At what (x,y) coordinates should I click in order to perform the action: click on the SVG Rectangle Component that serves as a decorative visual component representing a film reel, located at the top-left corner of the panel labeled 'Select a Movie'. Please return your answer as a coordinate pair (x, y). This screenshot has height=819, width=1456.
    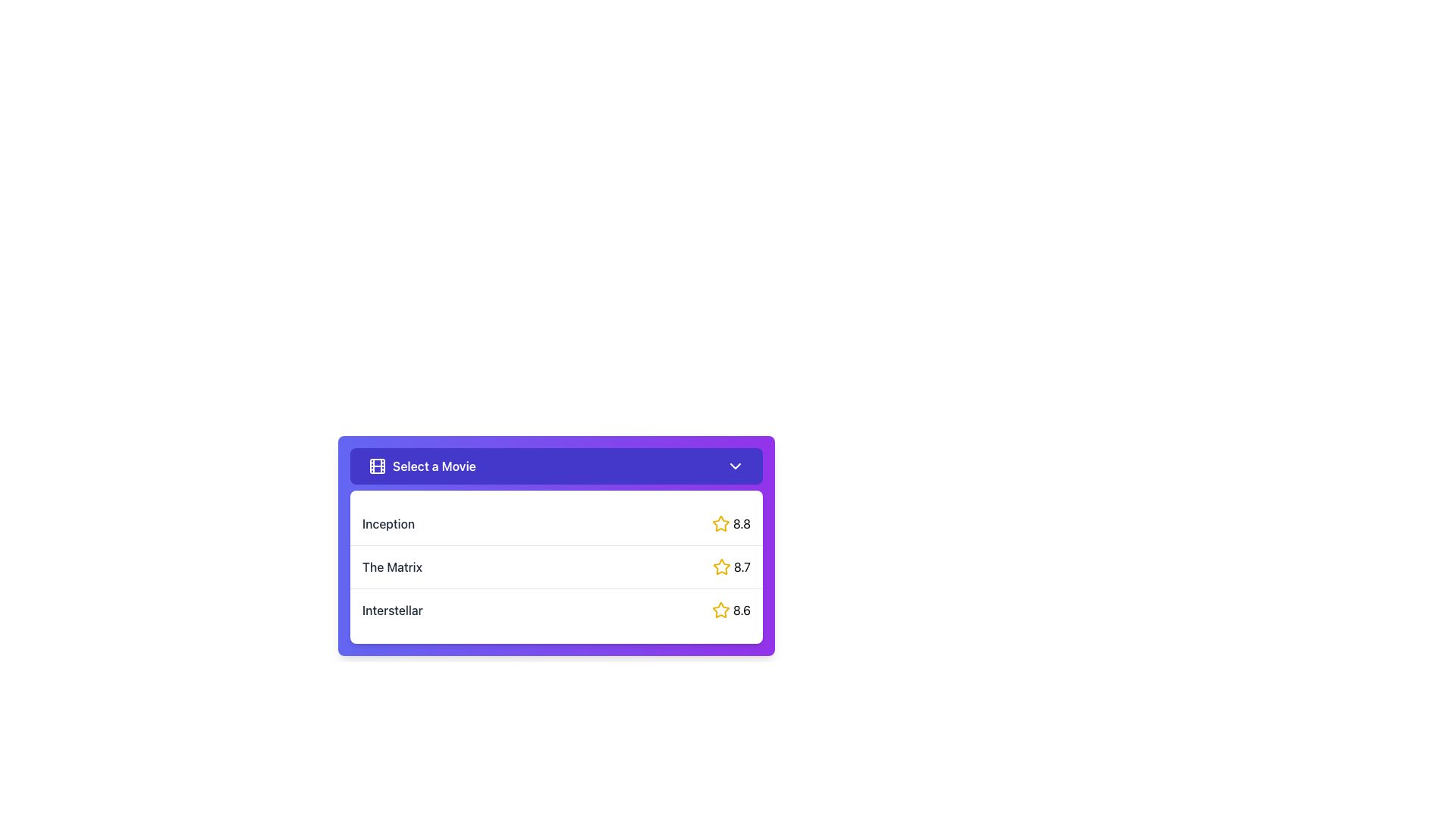
    Looking at the image, I should click on (378, 465).